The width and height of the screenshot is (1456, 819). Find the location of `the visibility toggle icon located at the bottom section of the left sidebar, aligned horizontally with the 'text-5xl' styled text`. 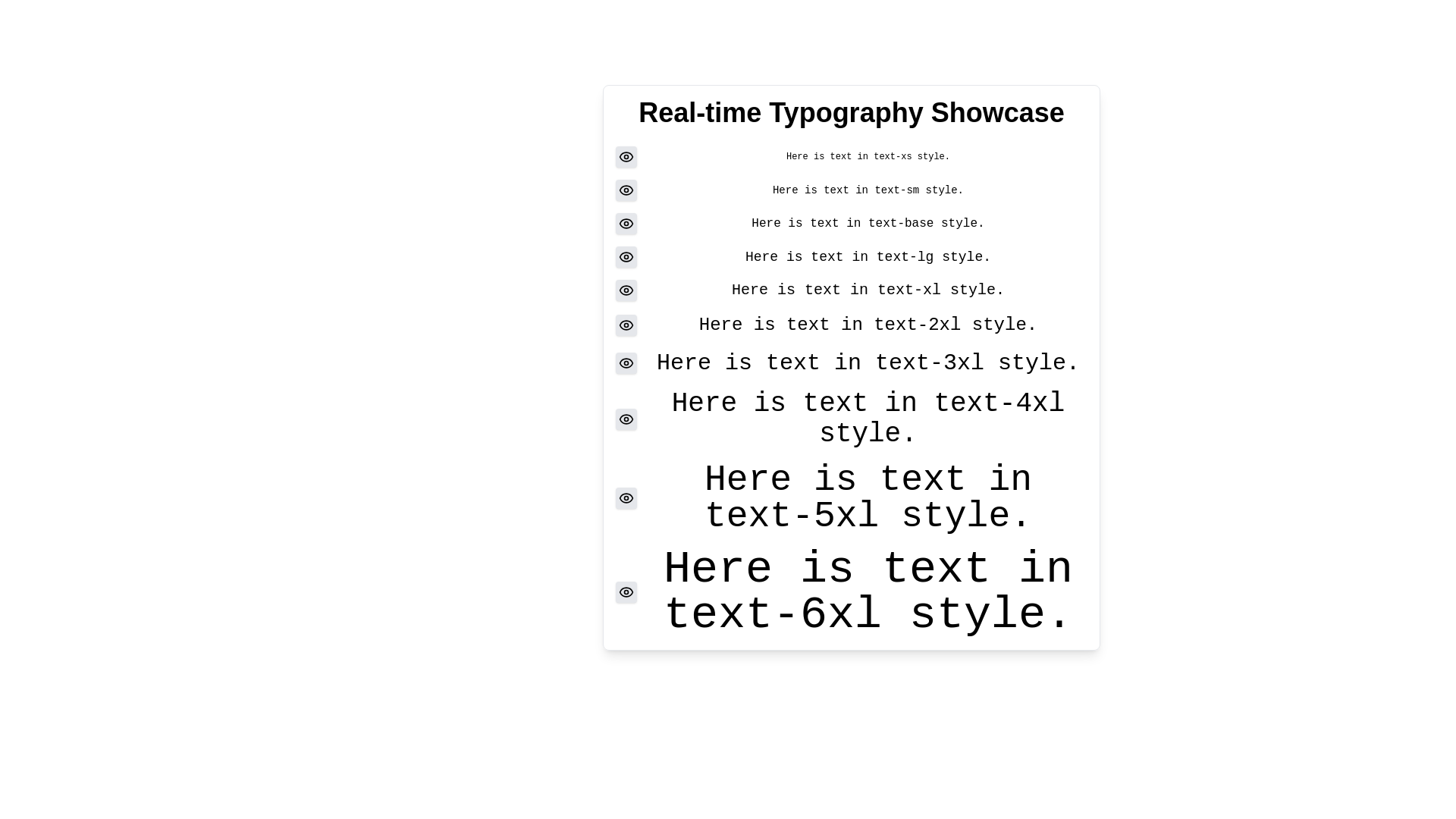

the visibility toggle icon located at the bottom section of the left sidebar, aligned horizontally with the 'text-5xl' styled text is located at coordinates (626, 497).